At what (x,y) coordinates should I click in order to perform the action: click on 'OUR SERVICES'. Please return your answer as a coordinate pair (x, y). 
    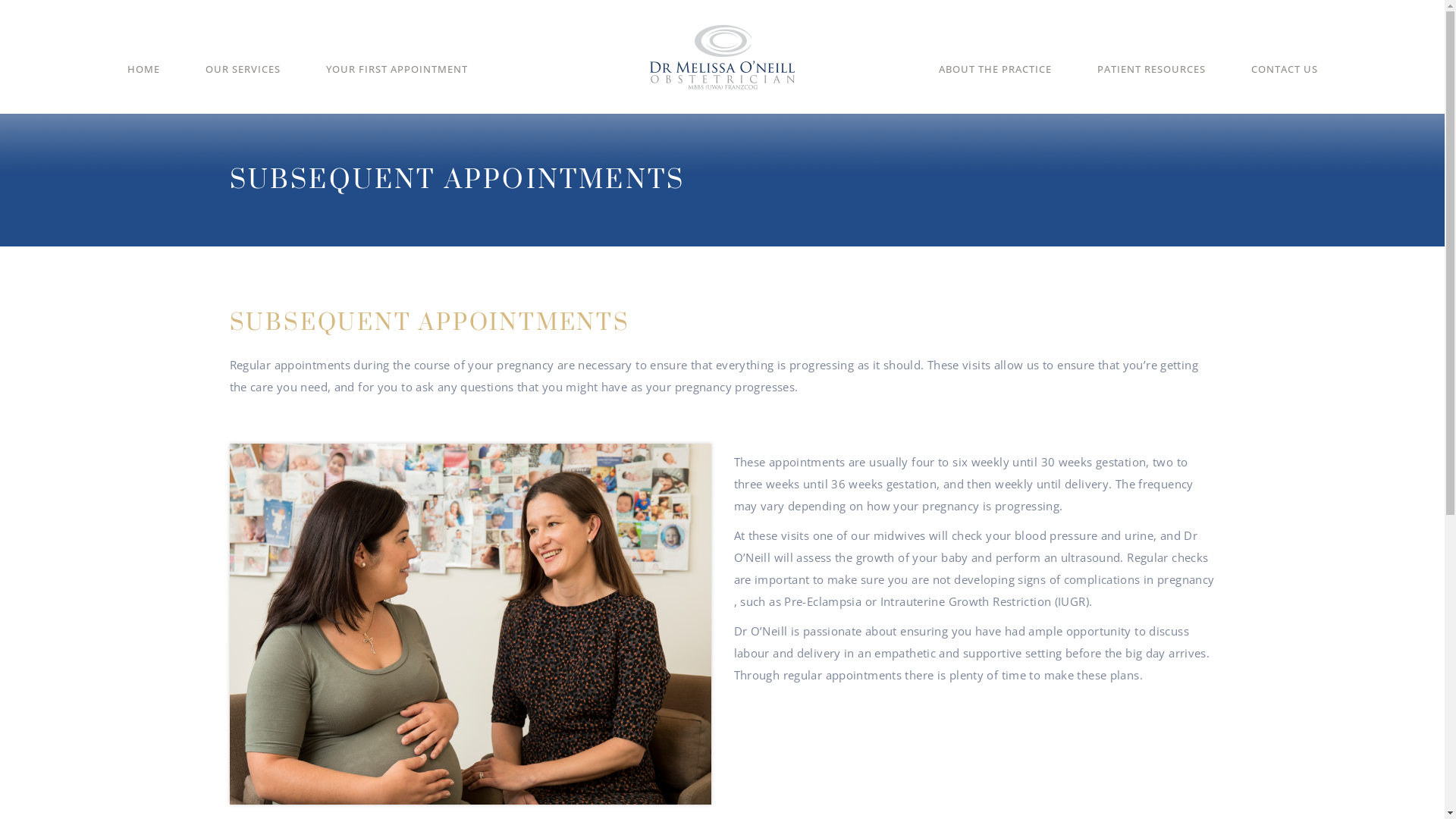
    Looking at the image, I should click on (241, 80).